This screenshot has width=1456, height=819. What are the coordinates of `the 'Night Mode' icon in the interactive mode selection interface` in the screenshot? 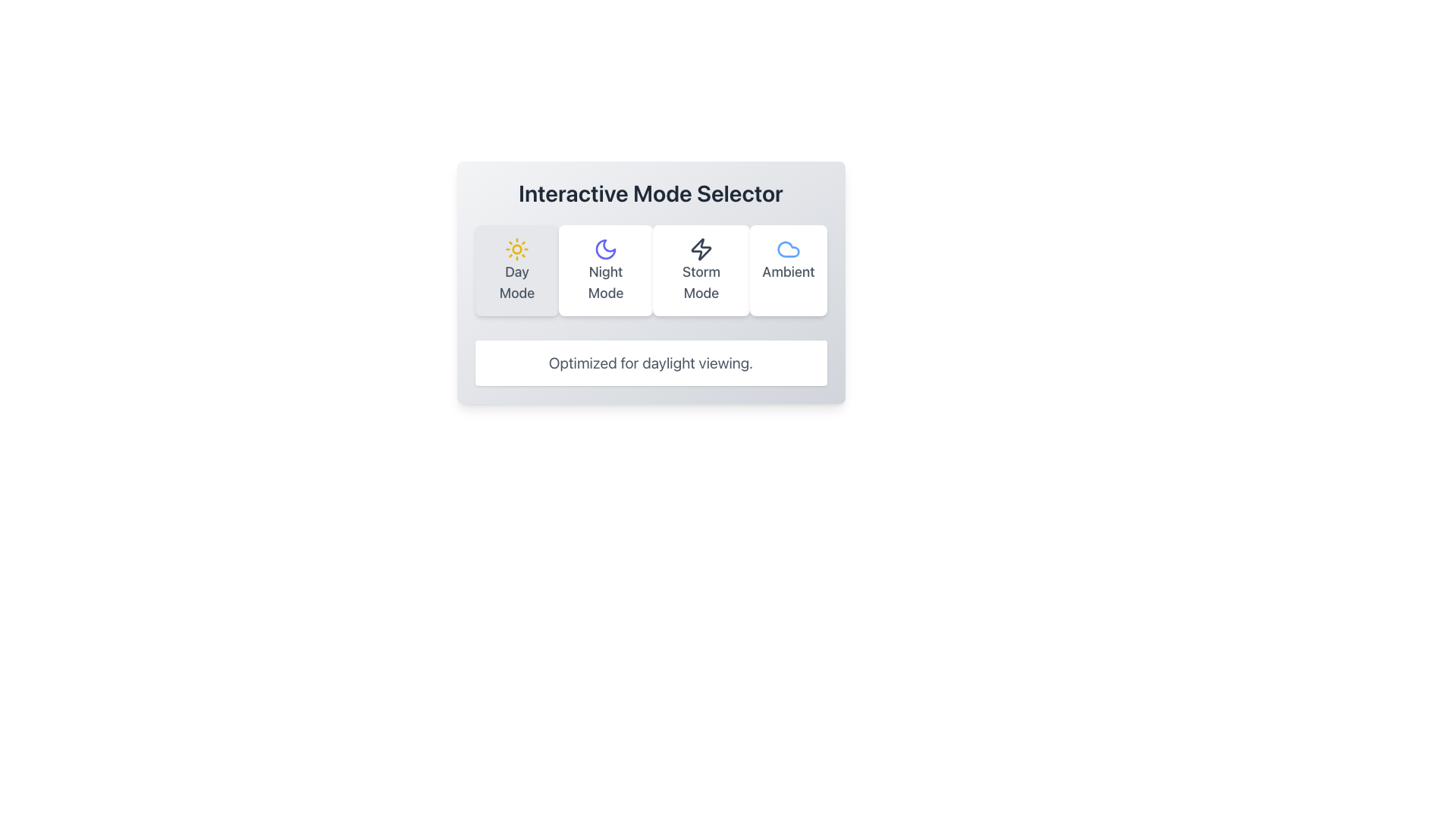 It's located at (605, 248).